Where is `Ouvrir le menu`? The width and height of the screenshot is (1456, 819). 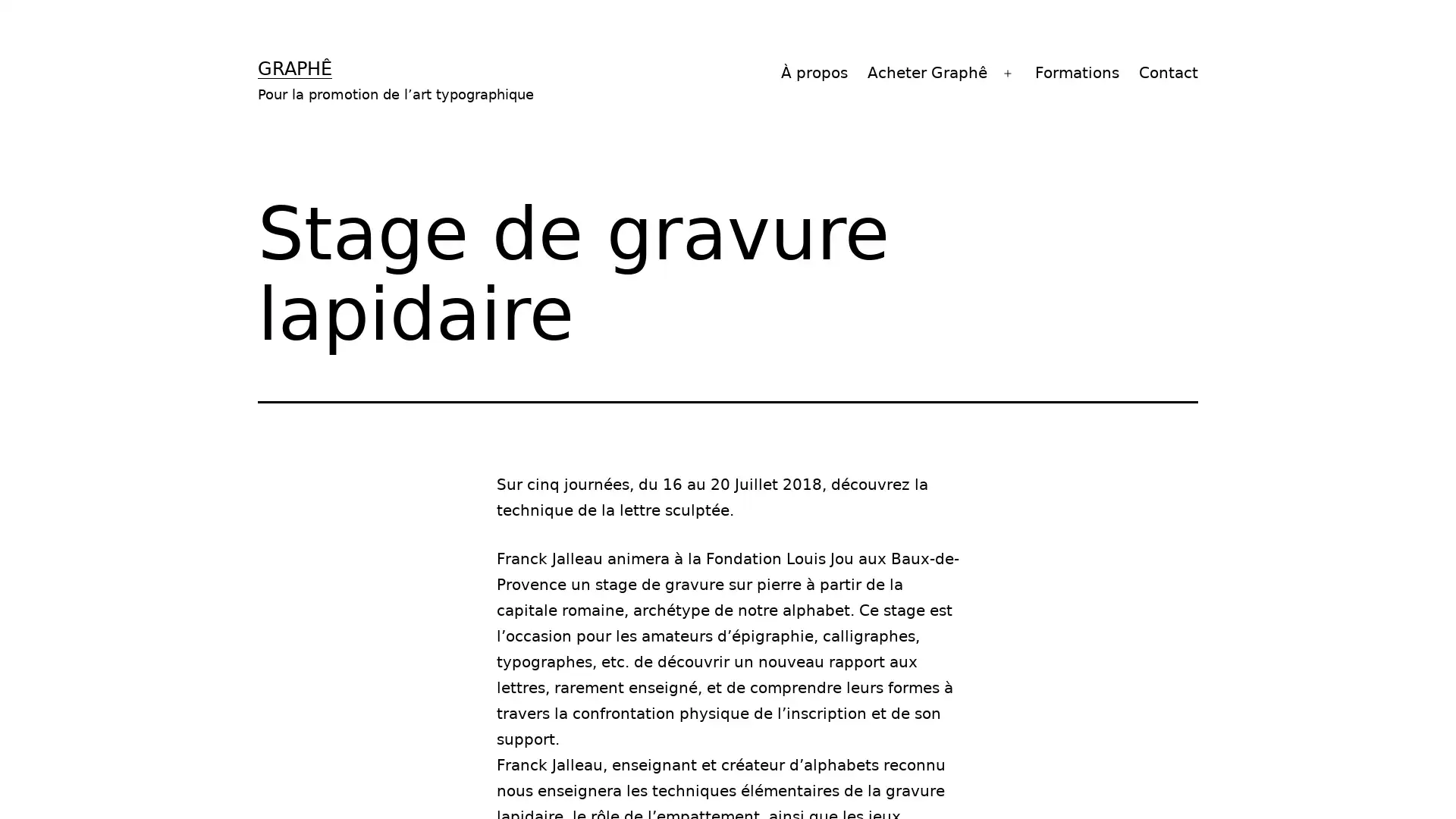
Ouvrir le menu is located at coordinates (1008, 73).